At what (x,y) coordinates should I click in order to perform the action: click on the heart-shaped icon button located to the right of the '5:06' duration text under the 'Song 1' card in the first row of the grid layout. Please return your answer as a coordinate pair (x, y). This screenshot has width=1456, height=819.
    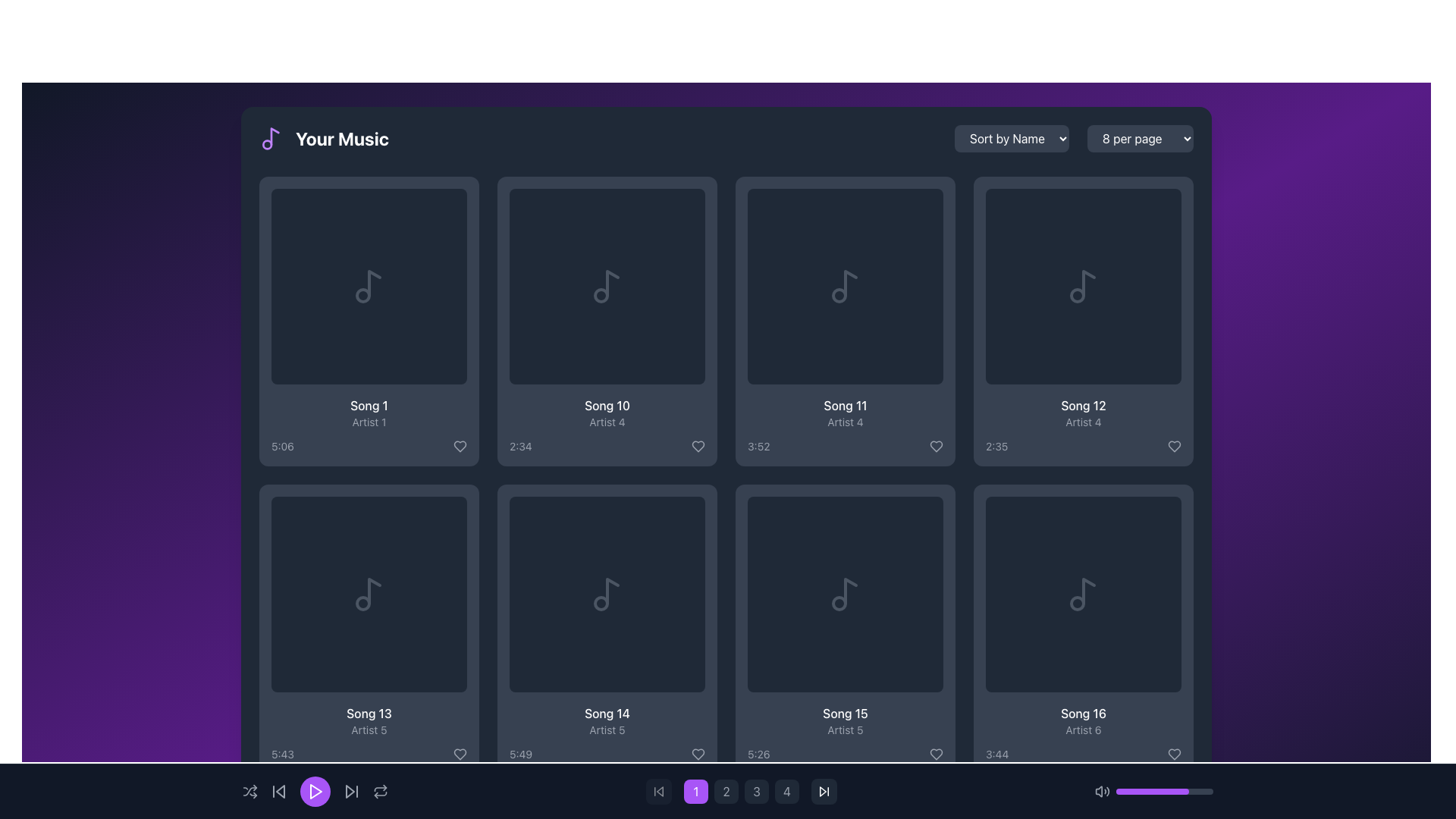
    Looking at the image, I should click on (459, 446).